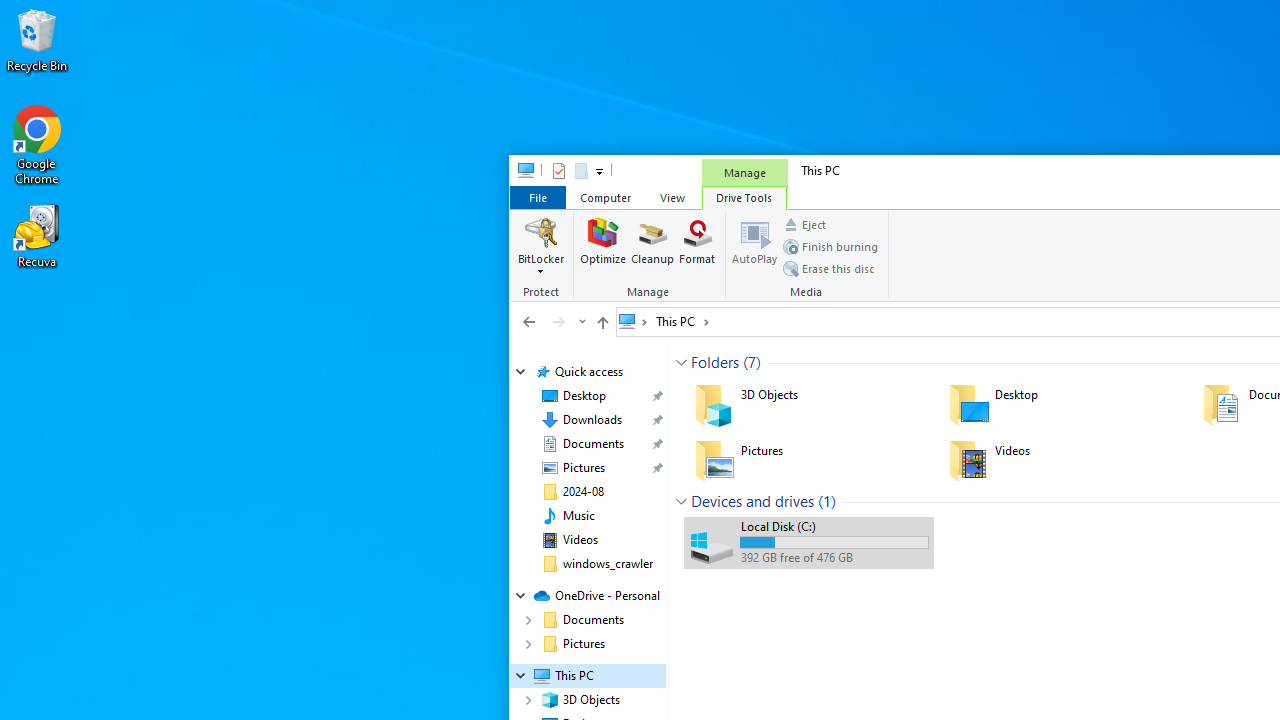 Image resolution: width=1280 pixels, height=720 pixels. I want to click on 'Format', so click(698, 245).